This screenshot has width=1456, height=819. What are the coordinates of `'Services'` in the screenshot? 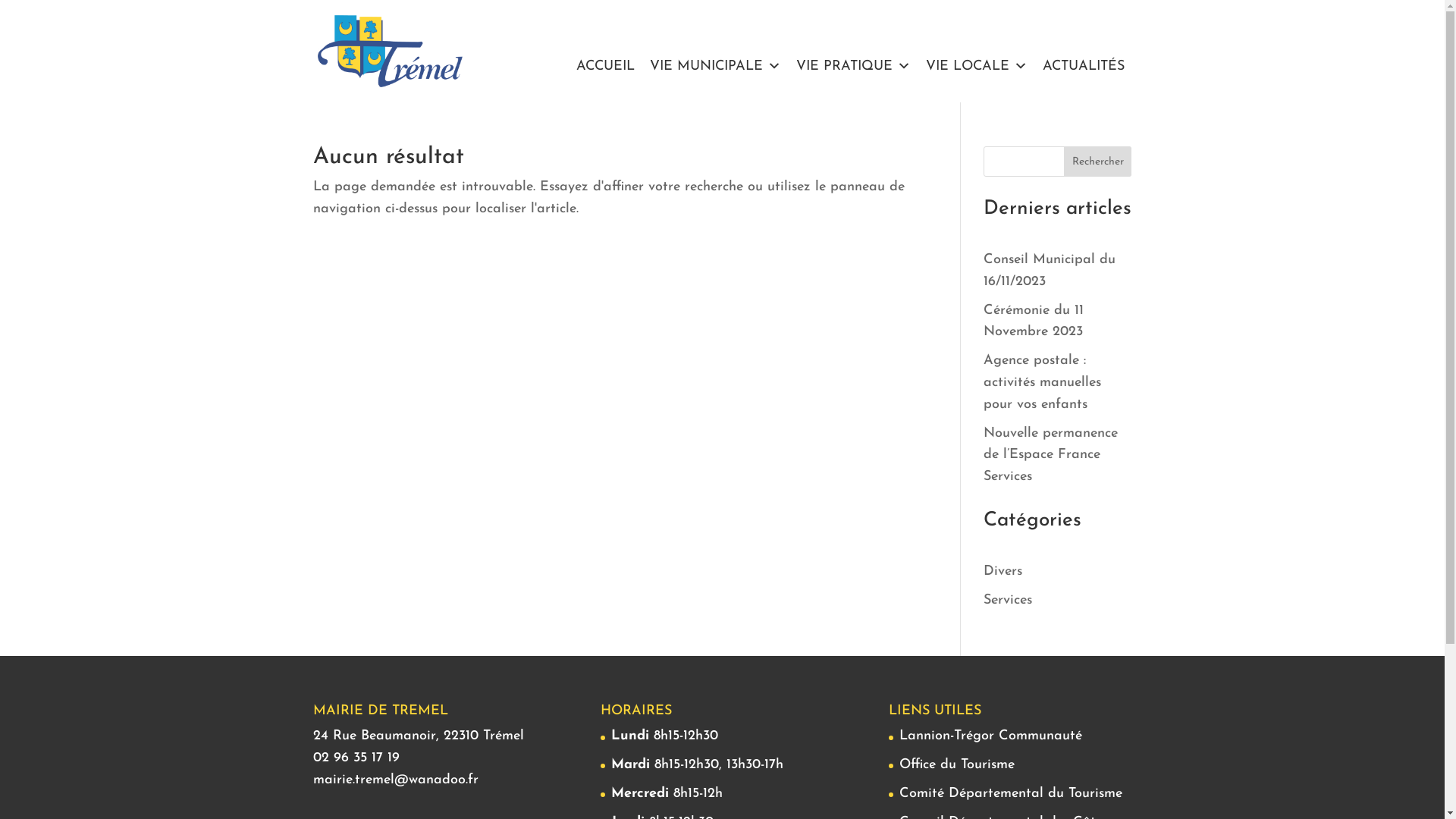 It's located at (1008, 599).